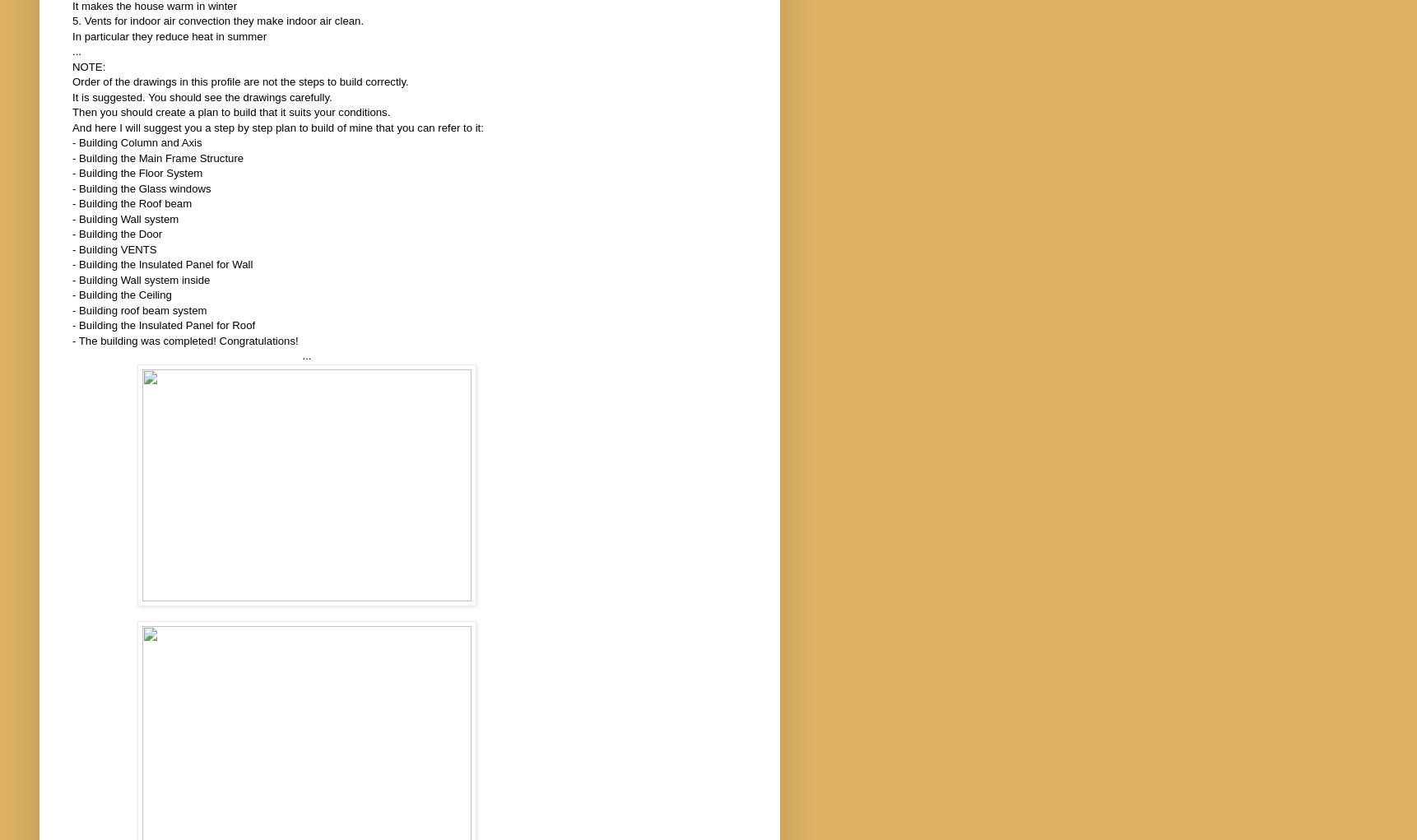  What do you see at coordinates (71, 295) in the screenshot?
I see `'- Building the Ceiling'` at bounding box center [71, 295].